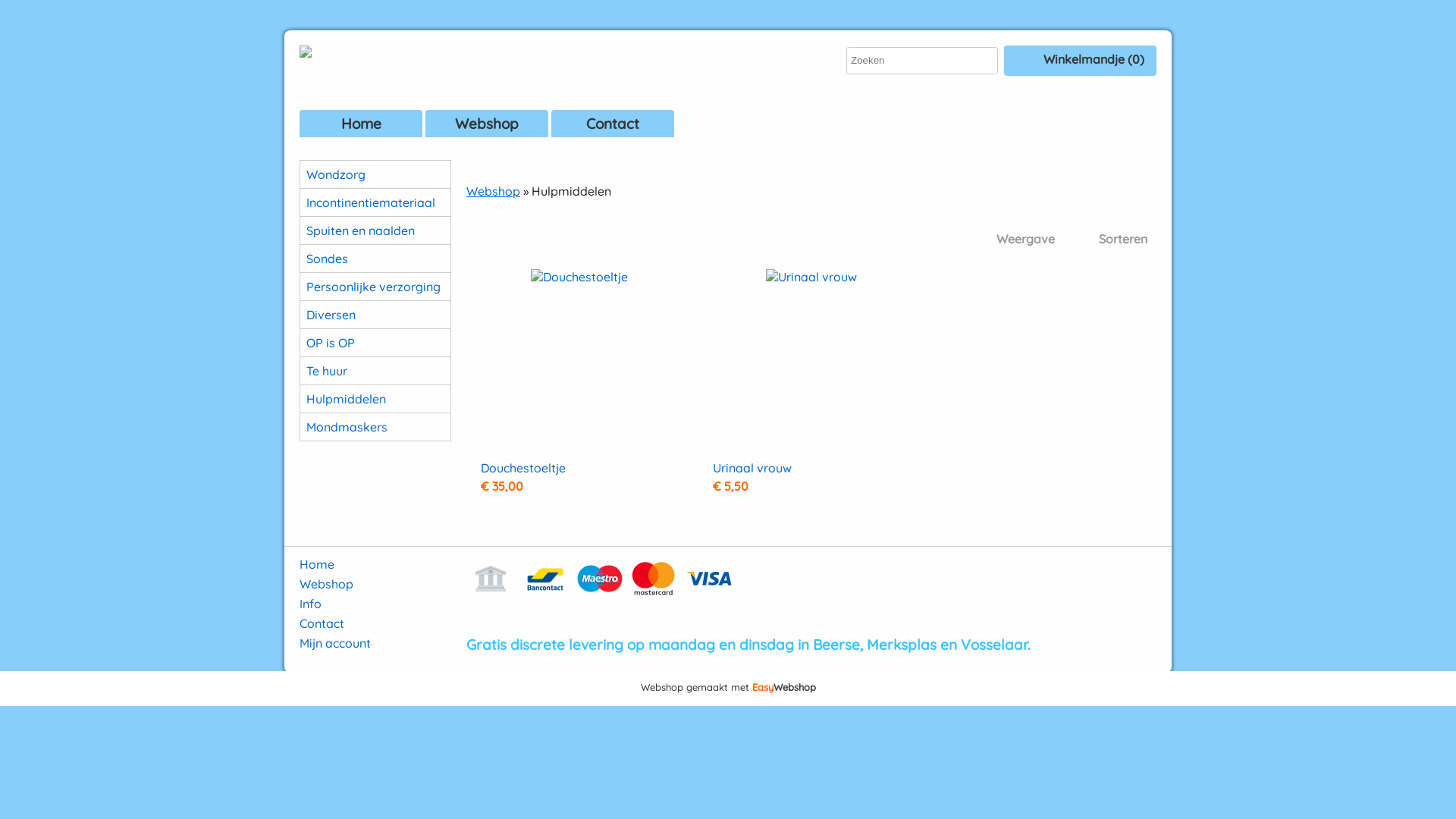 The width and height of the screenshot is (1456, 819). I want to click on 'Home', so click(315, 564).